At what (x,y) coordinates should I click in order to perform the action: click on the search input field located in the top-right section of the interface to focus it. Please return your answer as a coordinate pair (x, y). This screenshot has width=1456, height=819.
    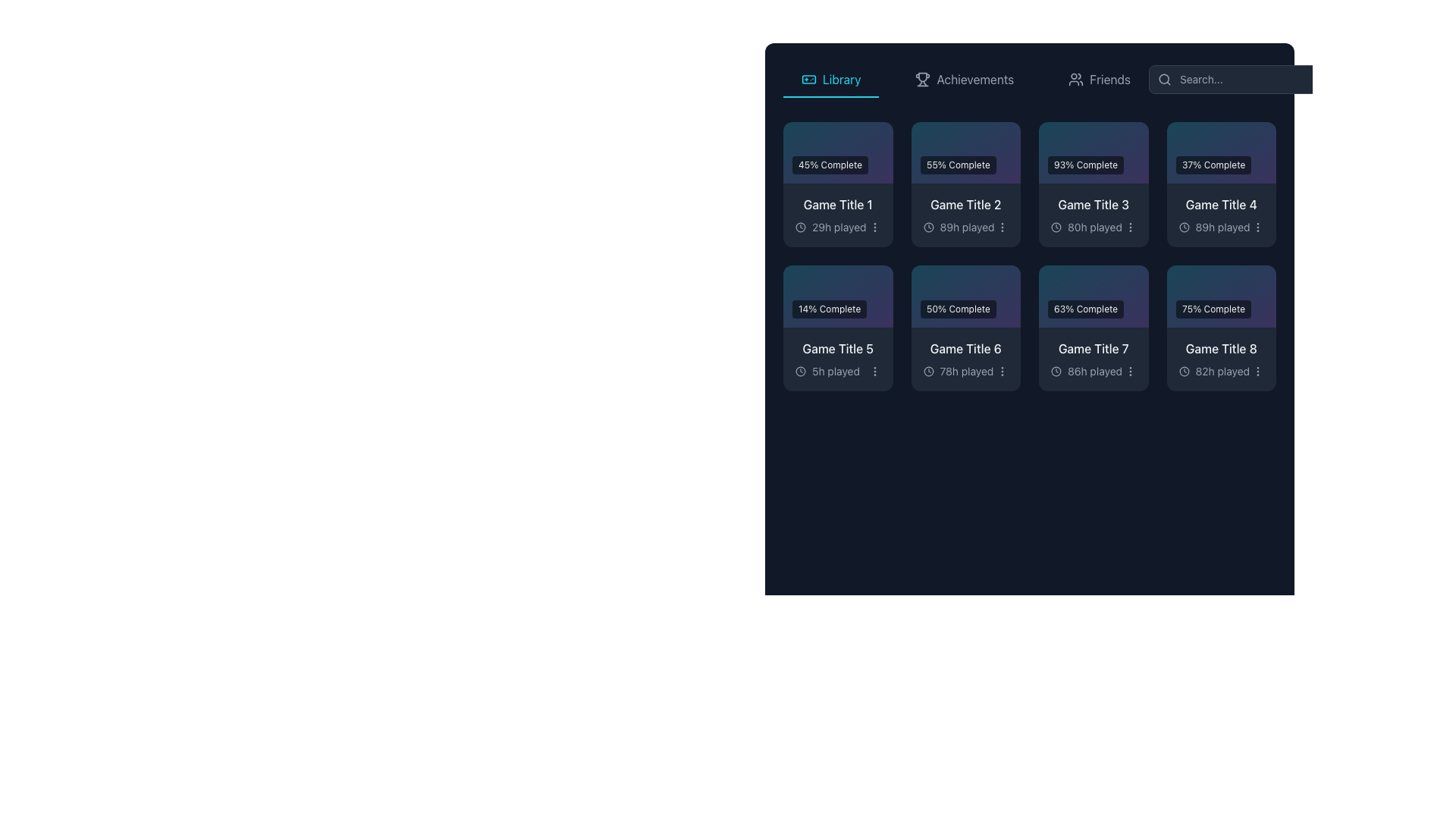
    Looking at the image, I should click on (1245, 79).